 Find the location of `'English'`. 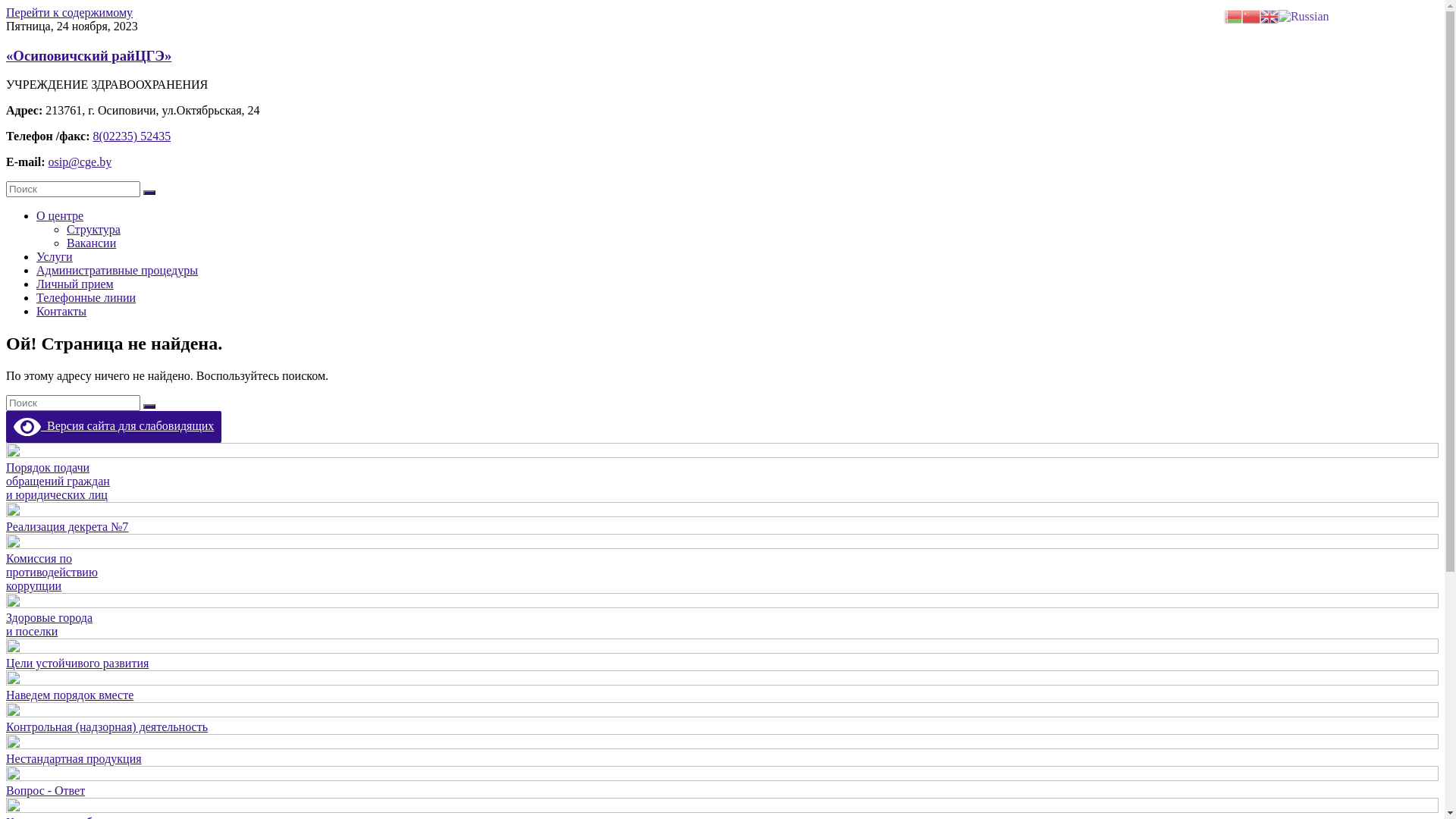

'English' is located at coordinates (1269, 15).